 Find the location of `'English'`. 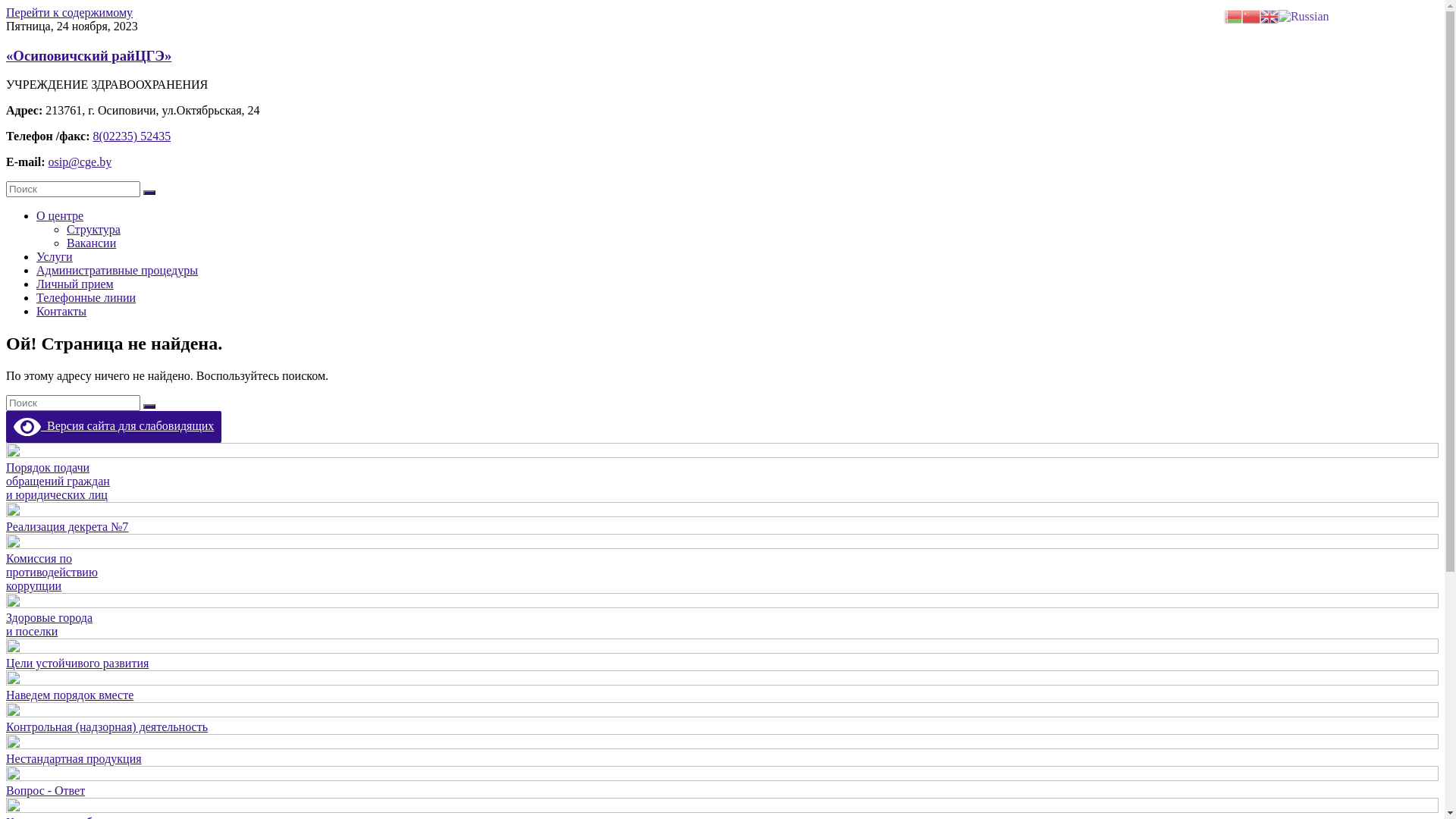

'English' is located at coordinates (1269, 15).